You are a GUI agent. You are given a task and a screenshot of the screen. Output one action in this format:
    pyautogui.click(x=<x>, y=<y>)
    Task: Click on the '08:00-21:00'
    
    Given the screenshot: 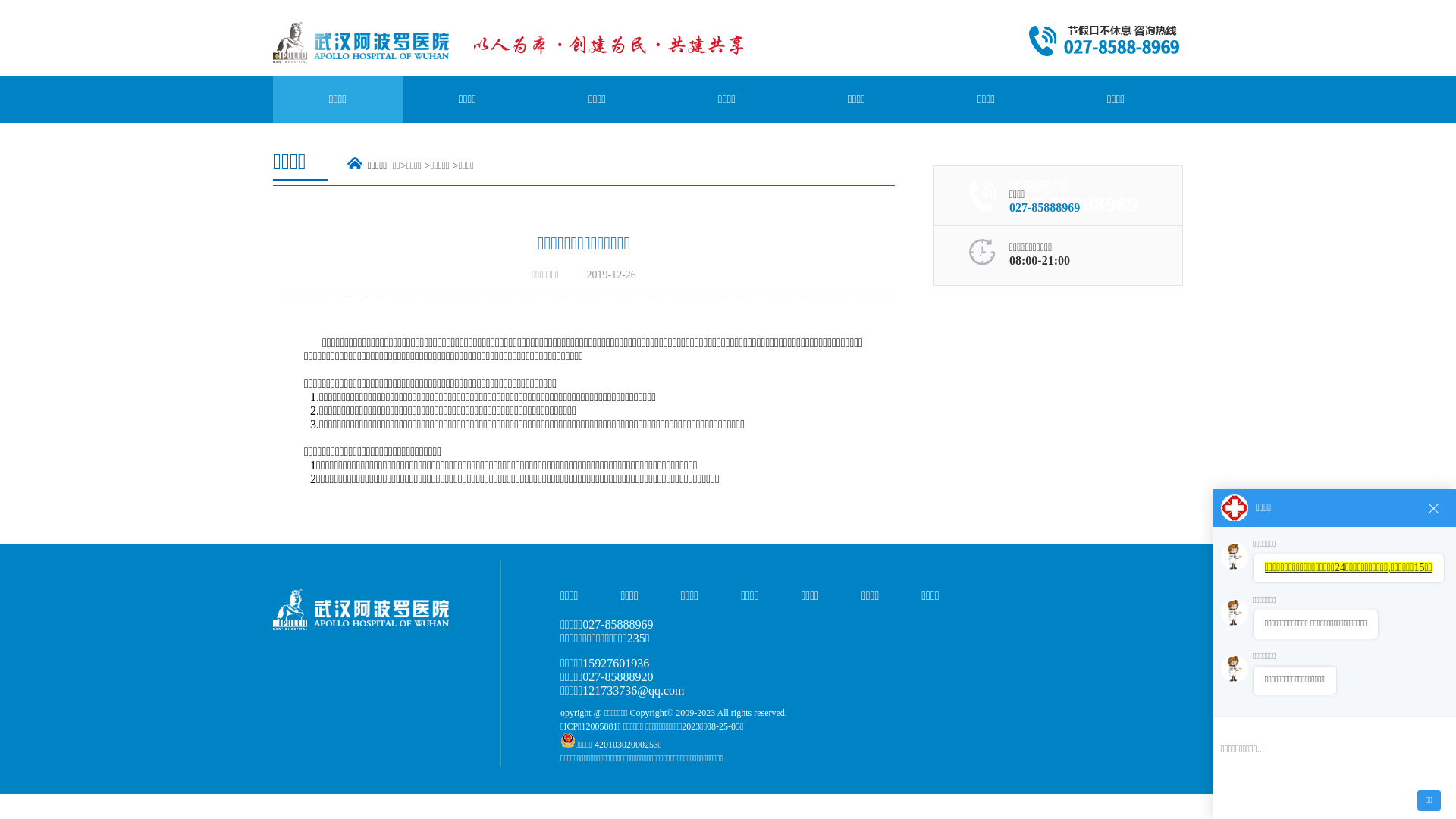 What is the action you would take?
    pyautogui.click(x=1039, y=259)
    